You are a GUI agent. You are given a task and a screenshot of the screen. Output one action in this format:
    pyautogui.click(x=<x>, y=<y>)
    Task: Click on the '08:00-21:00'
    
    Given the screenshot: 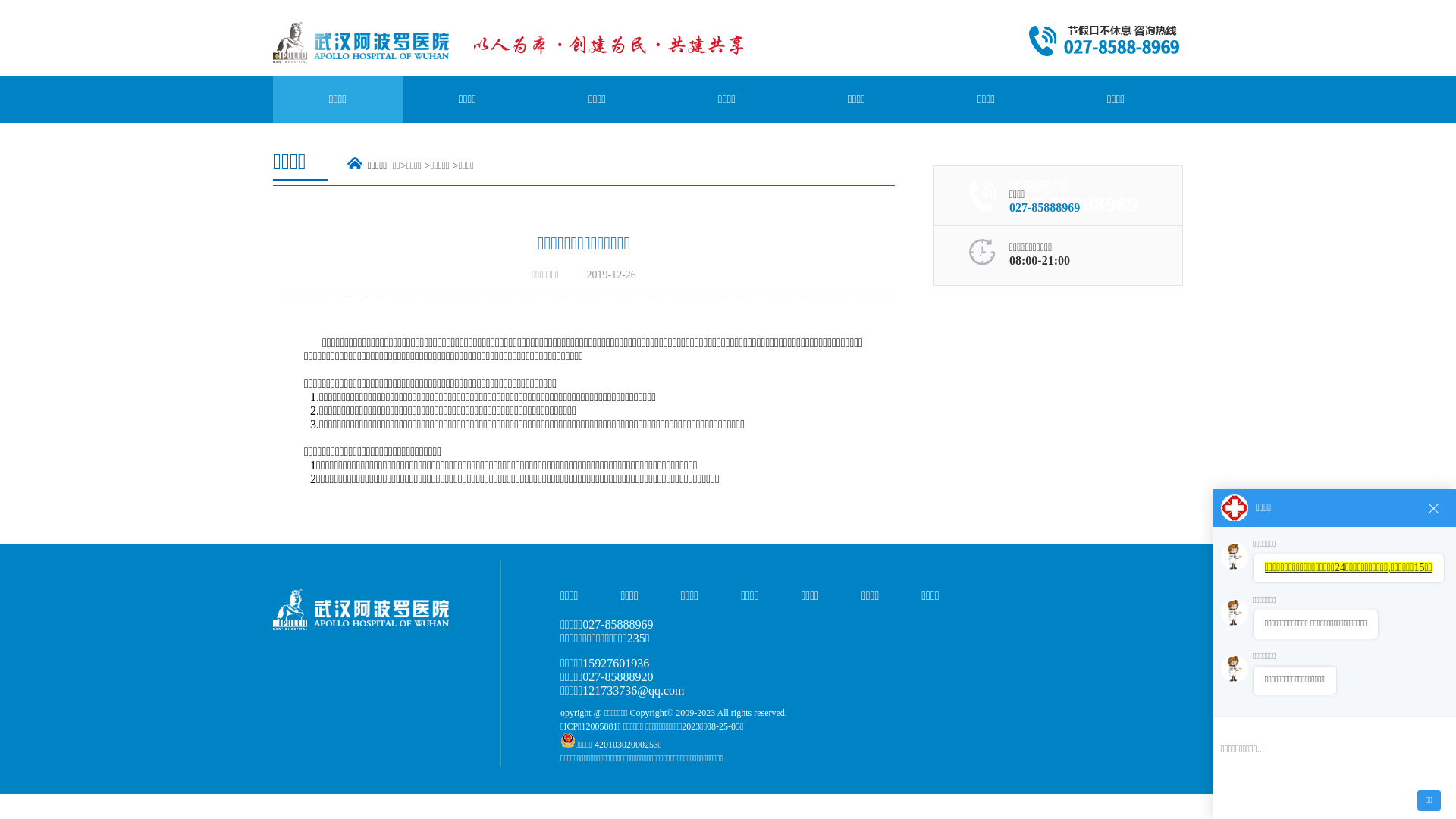 What is the action you would take?
    pyautogui.click(x=1039, y=259)
    